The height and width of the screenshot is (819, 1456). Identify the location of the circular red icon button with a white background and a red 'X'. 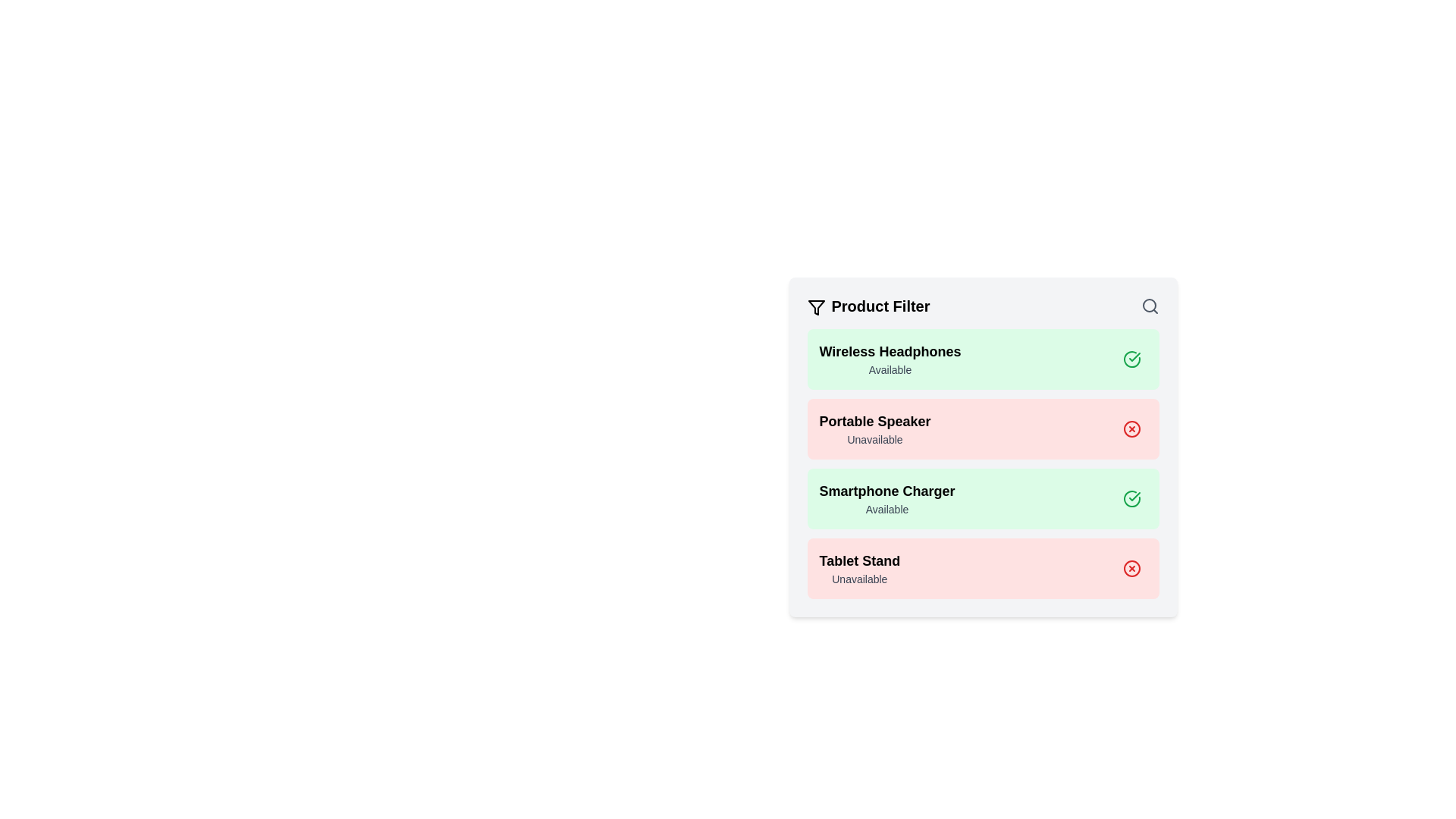
(1131, 429).